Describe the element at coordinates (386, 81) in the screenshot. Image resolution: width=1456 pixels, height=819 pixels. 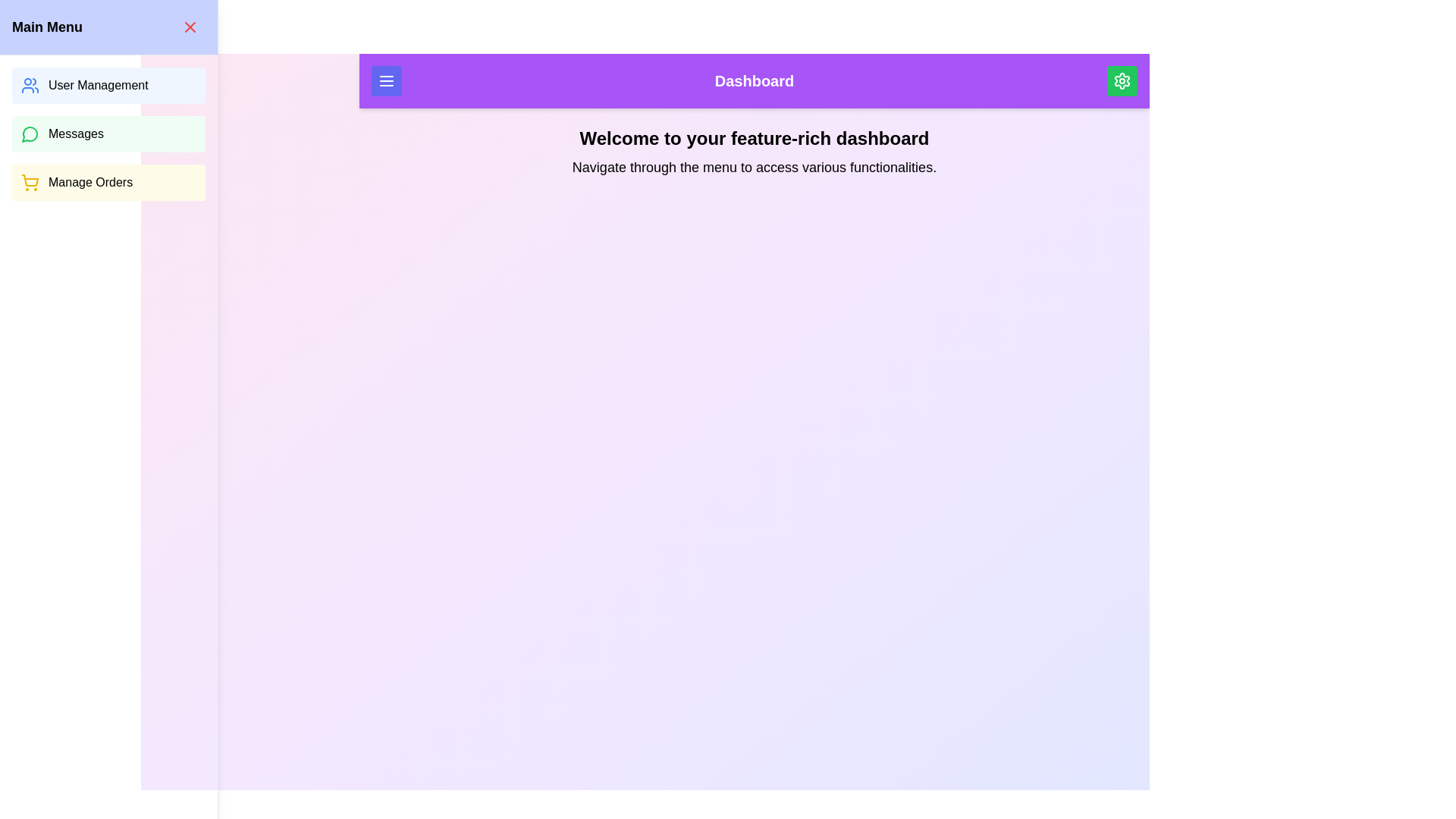
I see `the small rectangular button with a blue background and a three-line hamburger menu icon located in the purple header bar labeled 'Dashboard'` at that location.